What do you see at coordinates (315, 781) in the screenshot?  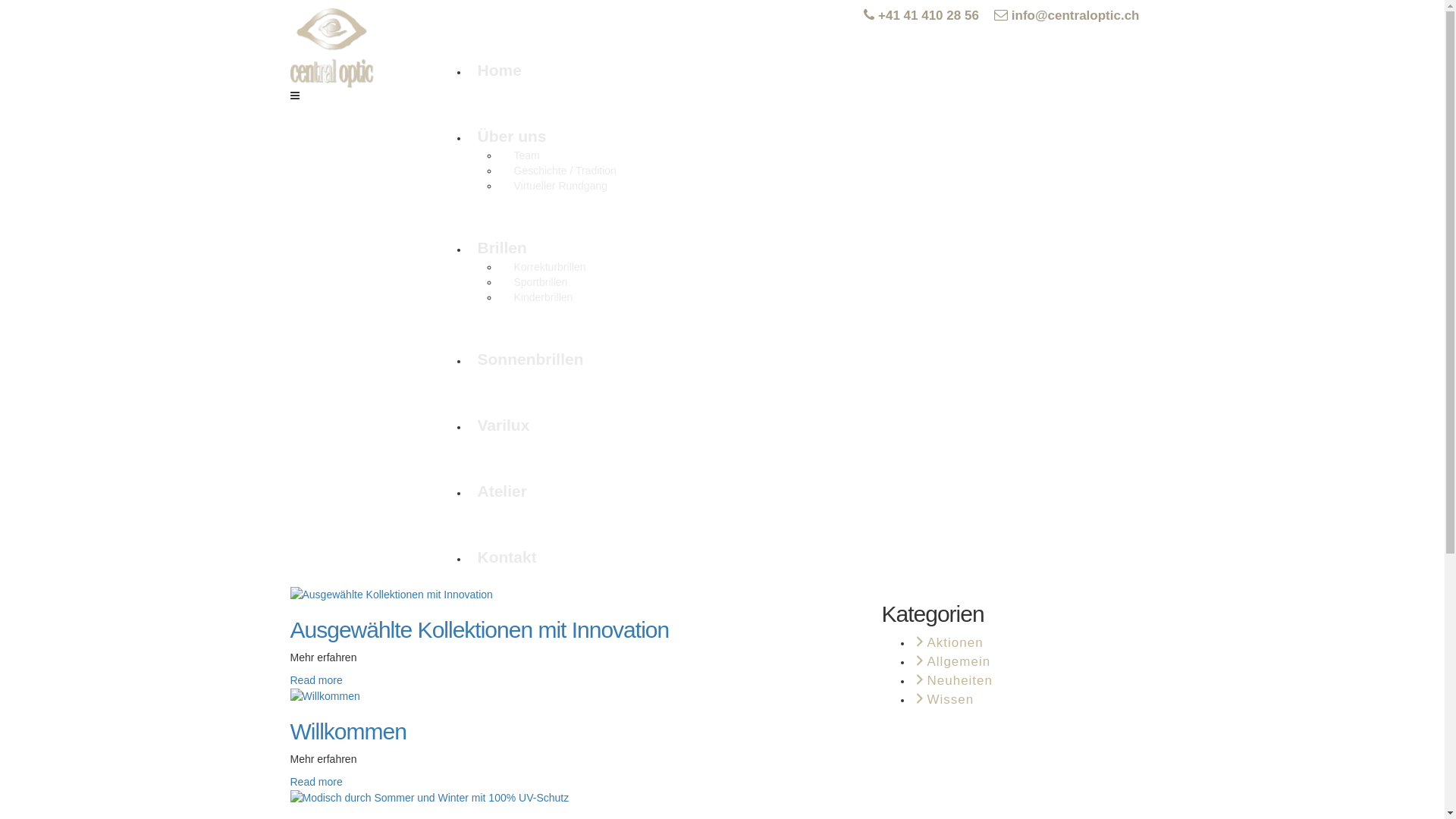 I see `'Read more'` at bounding box center [315, 781].